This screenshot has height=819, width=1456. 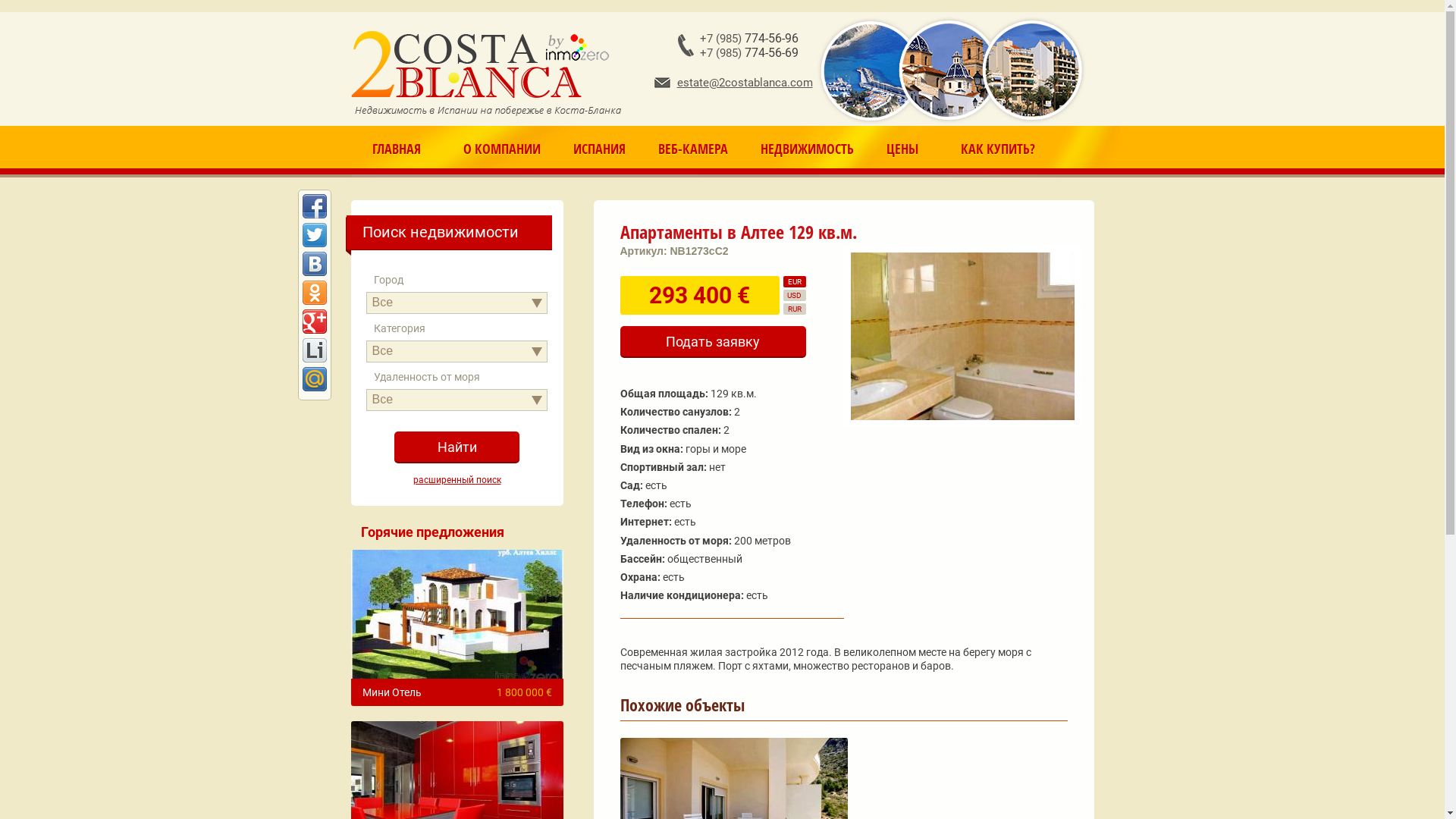 What do you see at coordinates (792, 281) in the screenshot?
I see `'EUR'` at bounding box center [792, 281].